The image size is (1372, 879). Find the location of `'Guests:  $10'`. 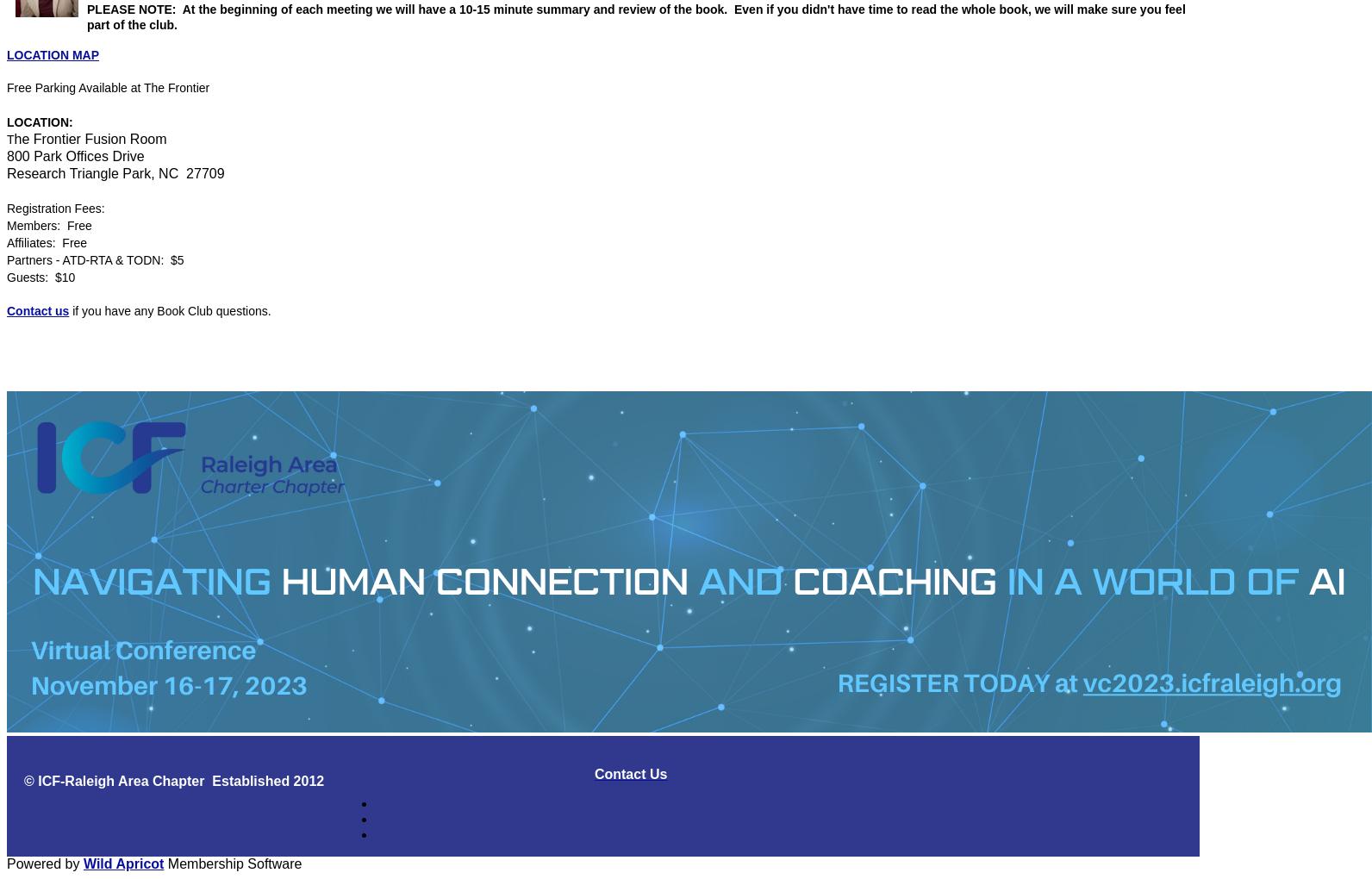

'Guests:  $10' is located at coordinates (6, 276).